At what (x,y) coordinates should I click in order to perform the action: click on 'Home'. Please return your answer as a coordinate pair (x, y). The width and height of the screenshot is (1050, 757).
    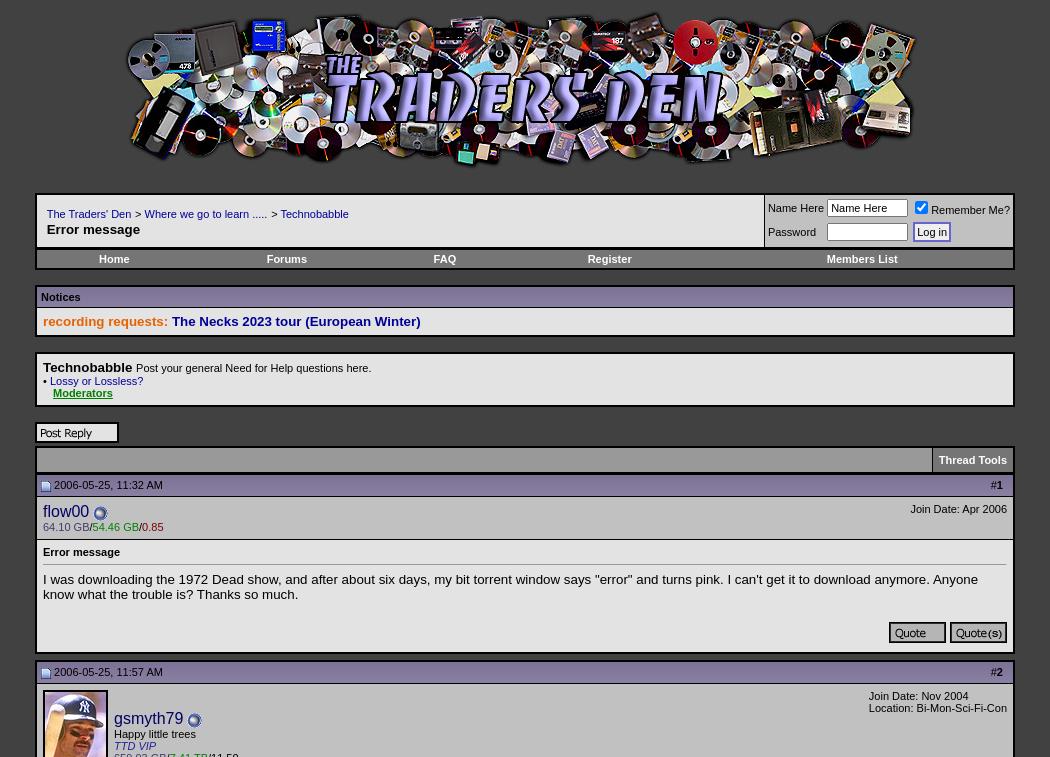
    Looking at the image, I should click on (113, 257).